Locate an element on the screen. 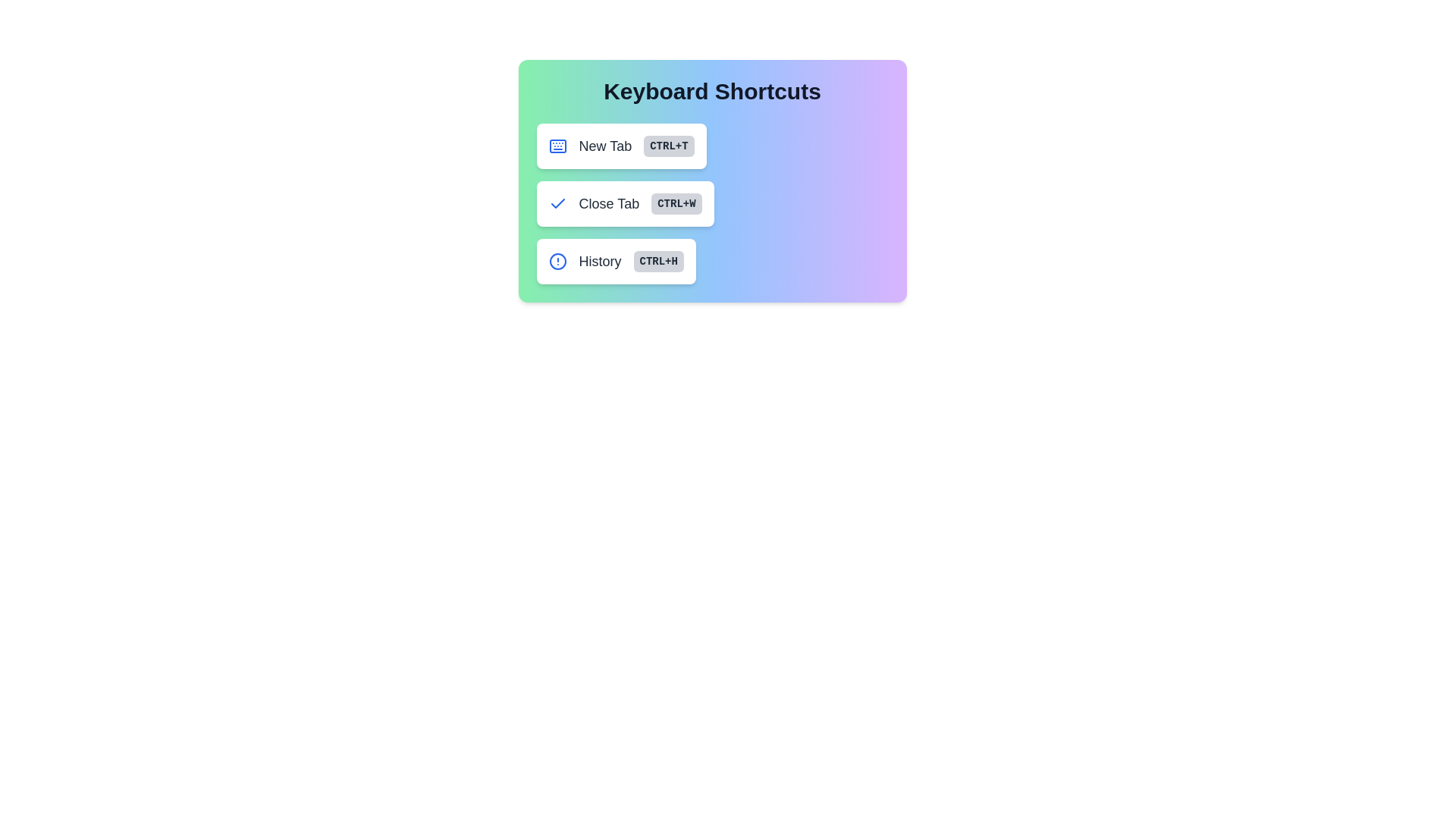 This screenshot has width=1456, height=819. the icon that visually represents the action is located at coordinates (557, 146).